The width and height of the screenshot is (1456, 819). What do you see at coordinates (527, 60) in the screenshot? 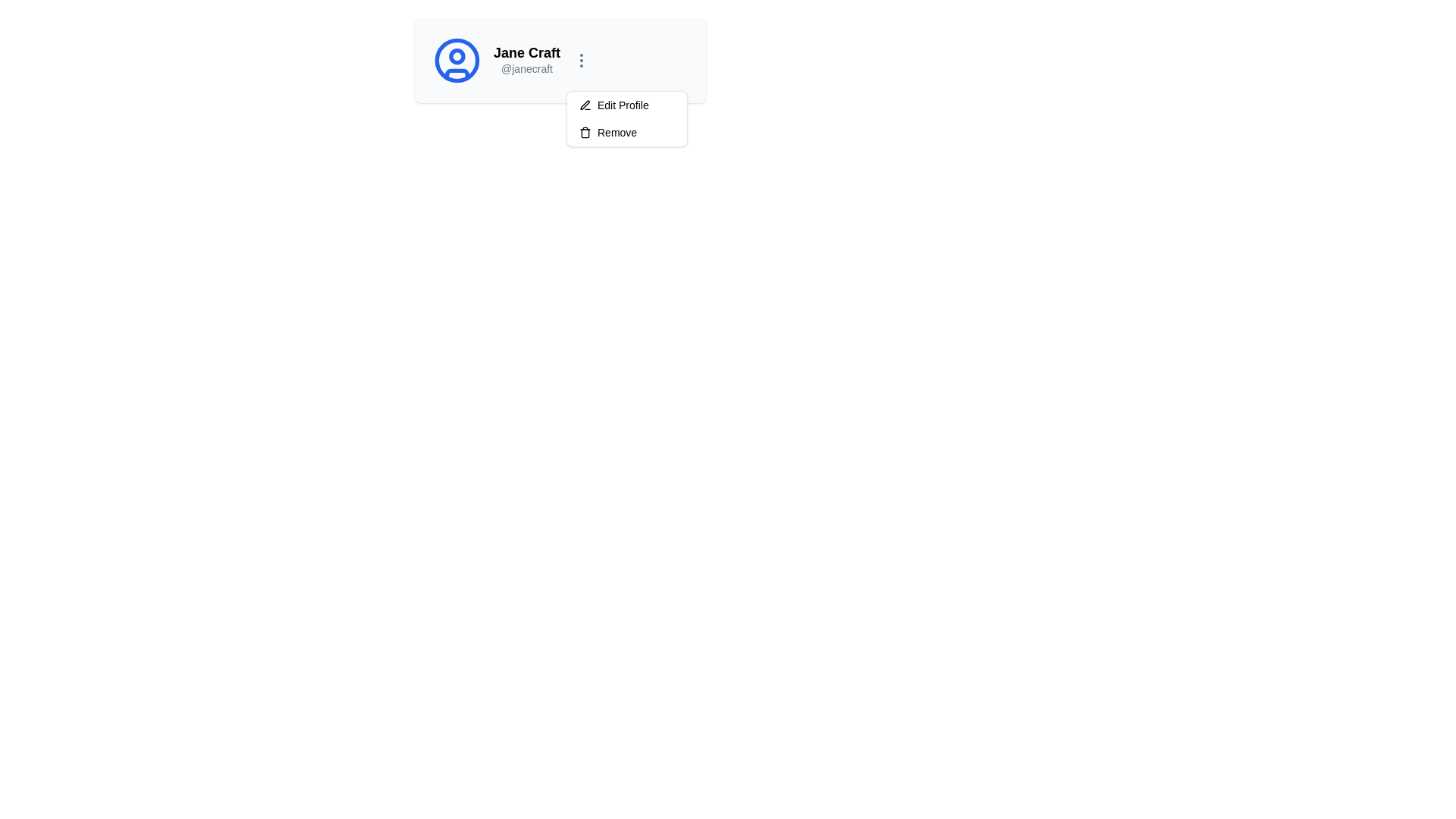
I see `the Text Display element that shows the user's name and username, located centrally above the dropdown menu options for 'Edit Profile' and 'Remove'` at bounding box center [527, 60].